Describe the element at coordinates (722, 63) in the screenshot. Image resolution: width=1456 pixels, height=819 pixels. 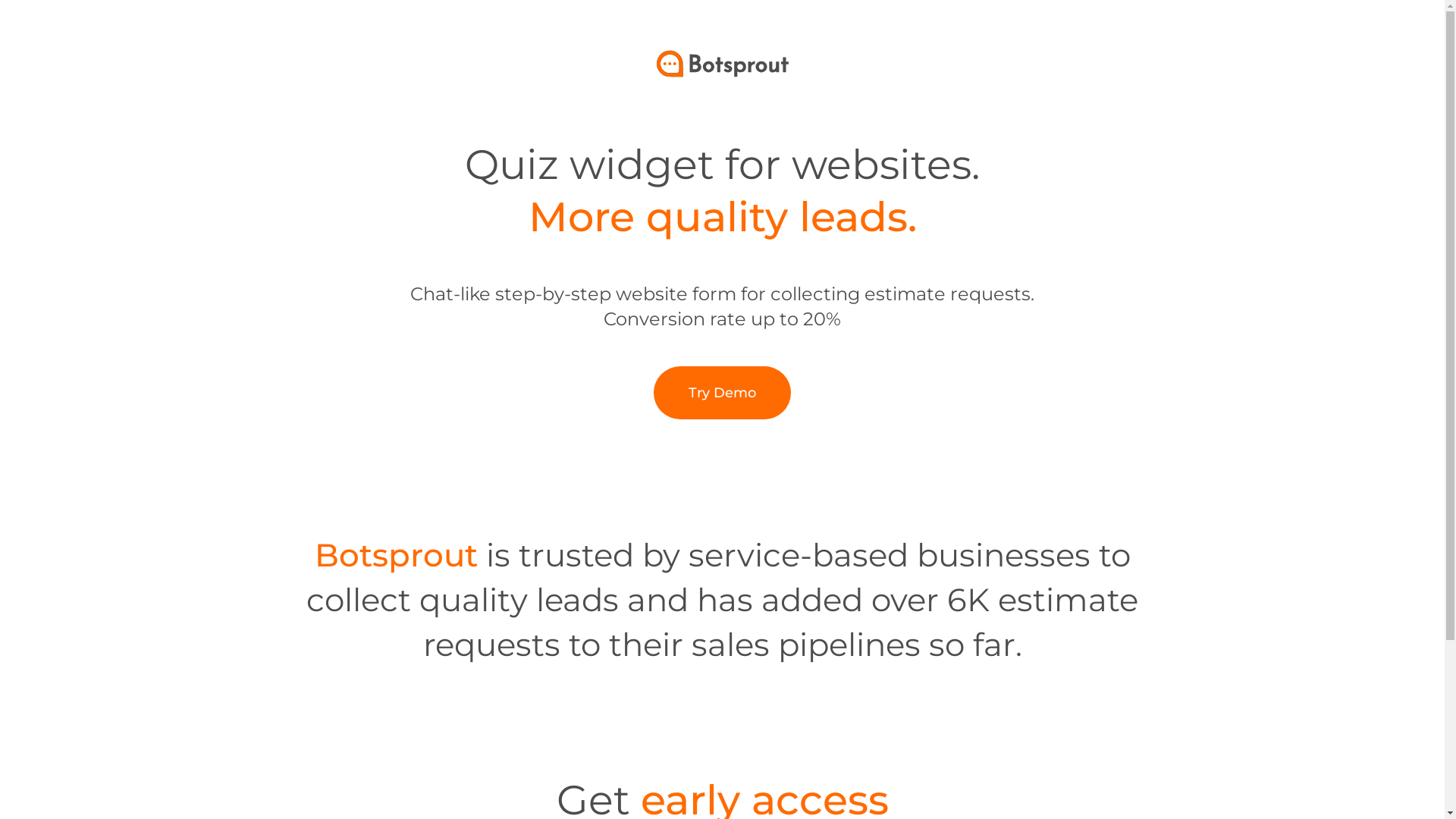
I see `'BotsproutCreated with Sketch.'` at that location.